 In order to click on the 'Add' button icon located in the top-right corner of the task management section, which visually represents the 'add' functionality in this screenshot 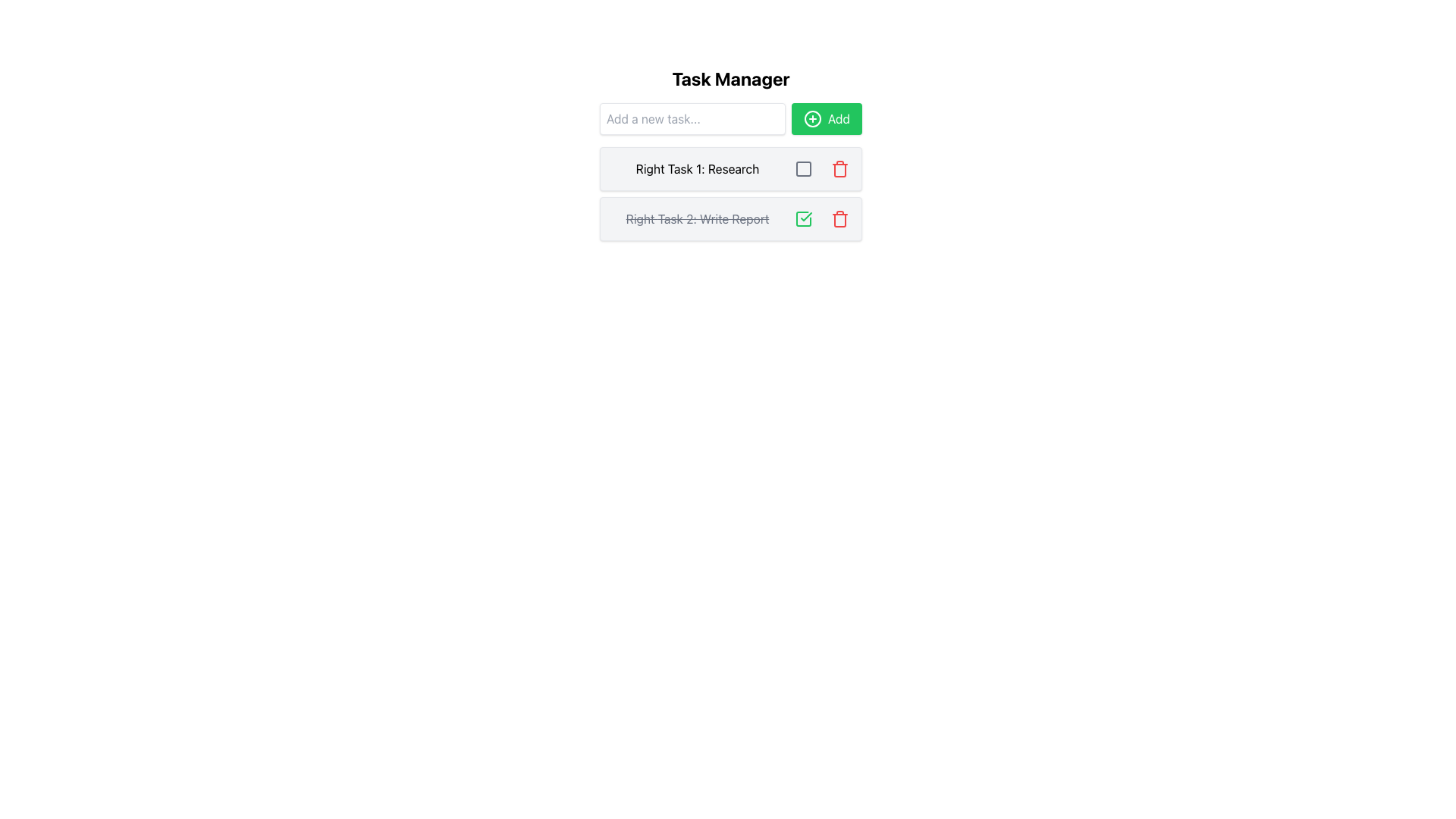, I will do `click(811, 118)`.